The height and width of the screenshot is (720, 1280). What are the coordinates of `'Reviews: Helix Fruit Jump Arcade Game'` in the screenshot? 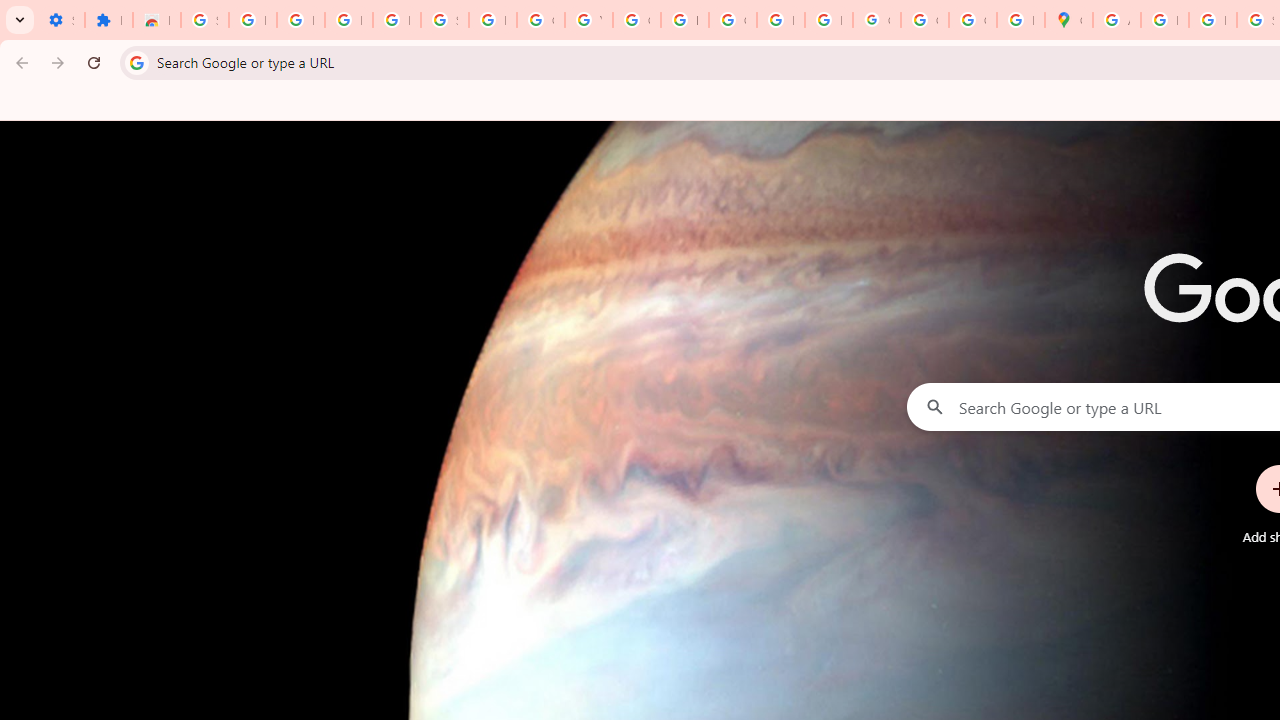 It's located at (155, 20).